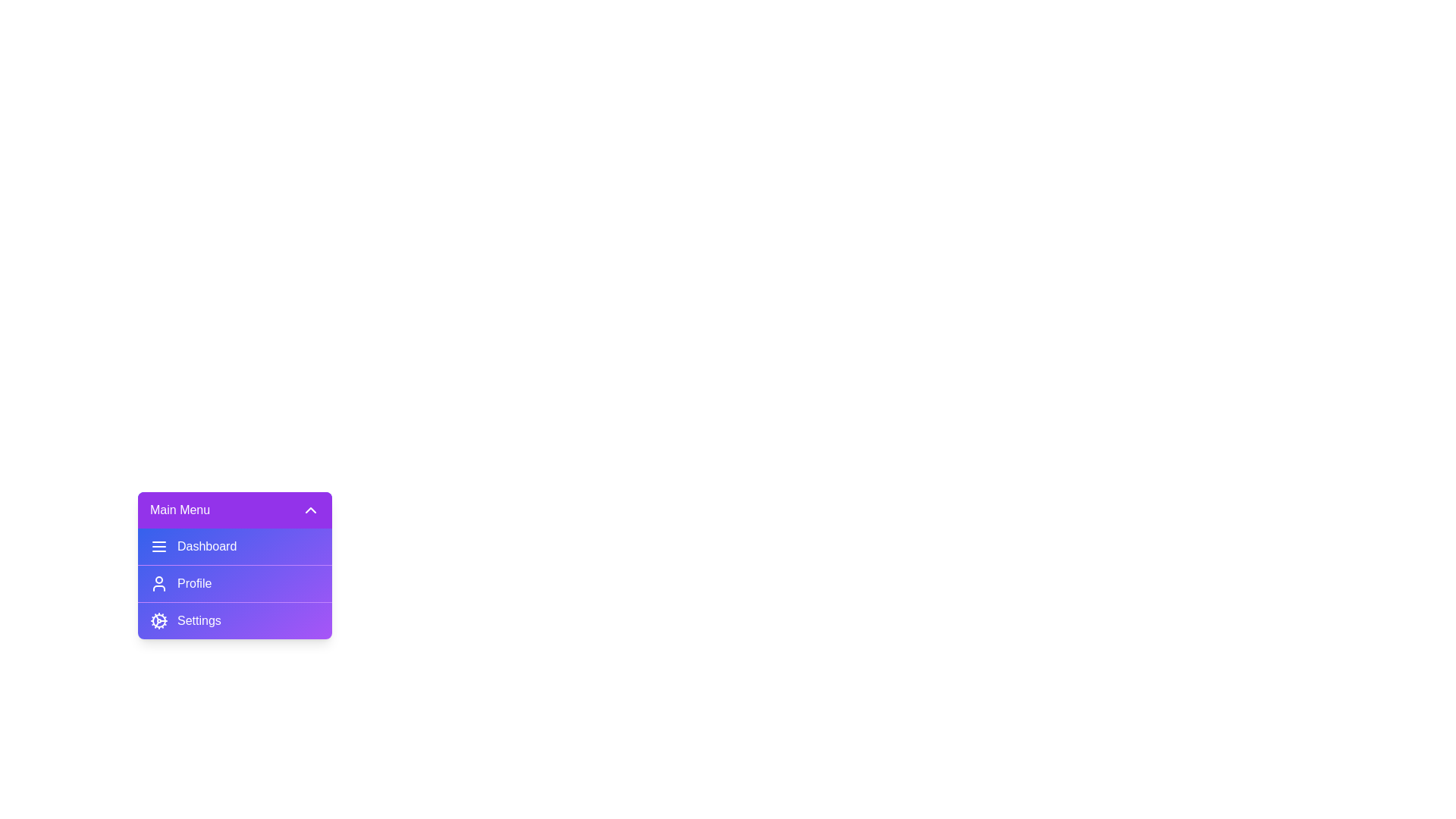 This screenshot has width=1456, height=819. What do you see at coordinates (159, 620) in the screenshot?
I see `the settings icon located to the left of the 'Settings' menu item in the vertical navigation menu` at bounding box center [159, 620].